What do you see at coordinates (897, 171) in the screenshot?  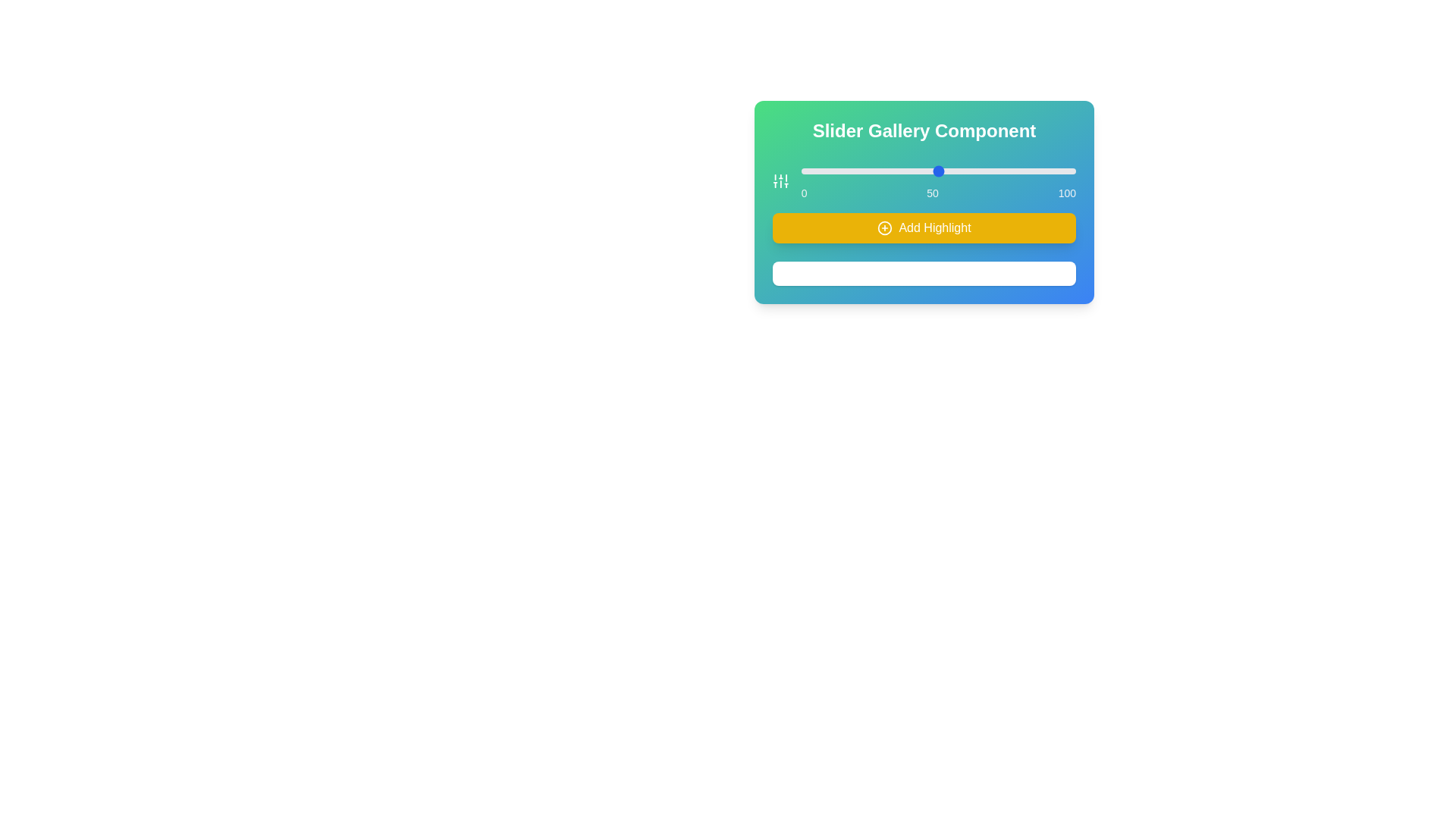 I see `the slider value` at bounding box center [897, 171].